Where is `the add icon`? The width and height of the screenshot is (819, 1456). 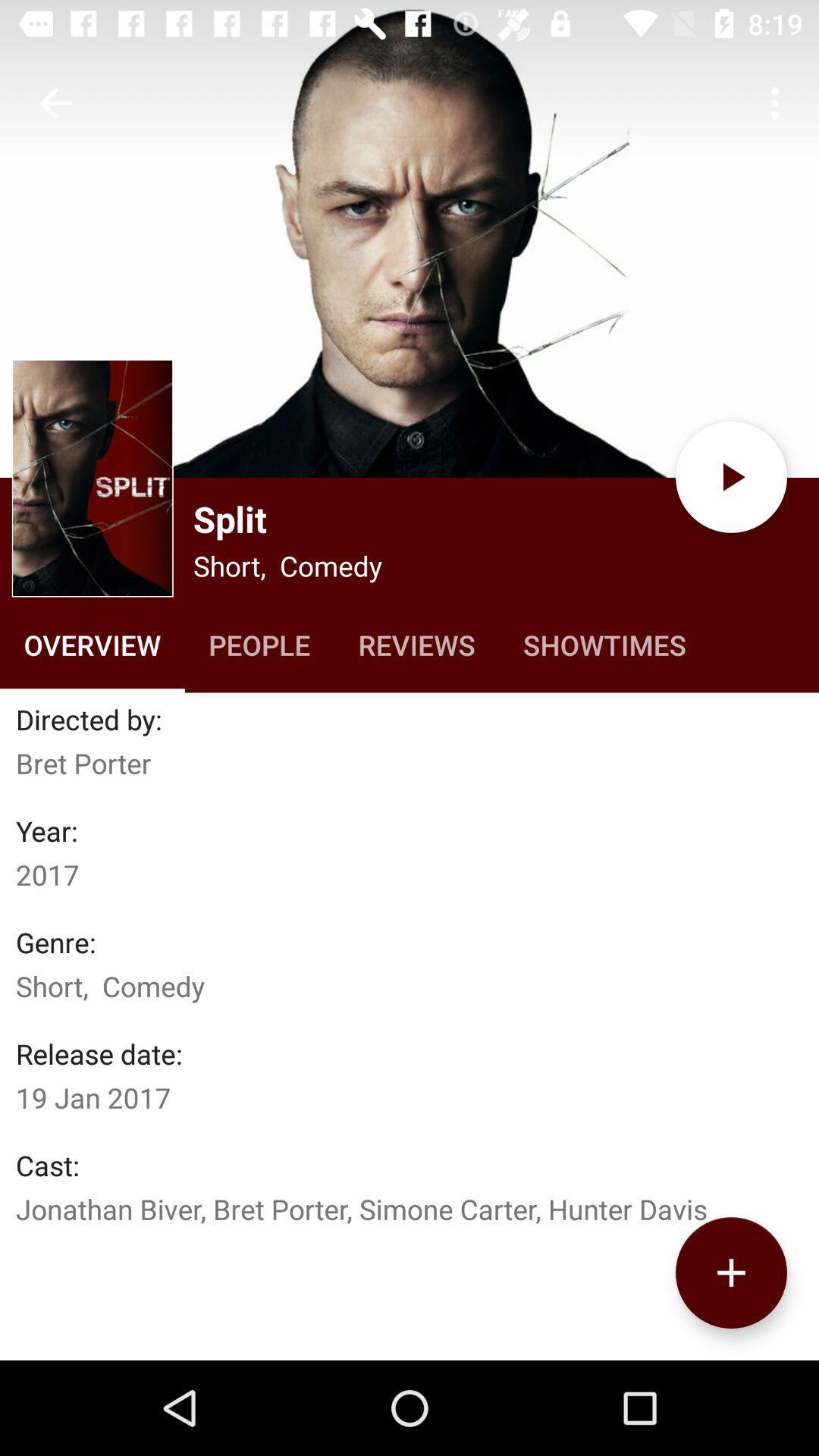
the add icon is located at coordinates (730, 1272).